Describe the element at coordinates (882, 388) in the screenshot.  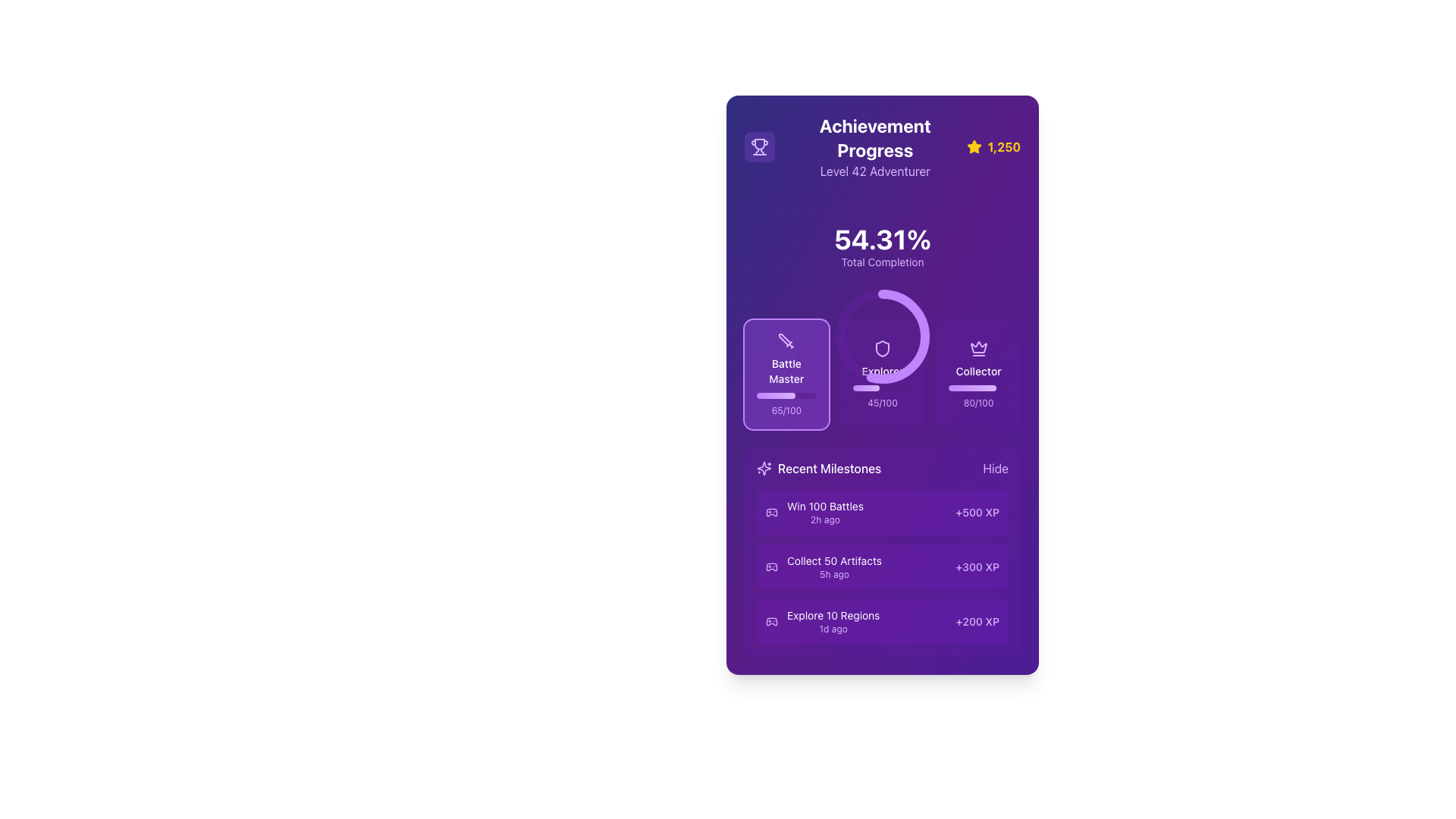
I see `the progress bar indicating 45% completion for the 'Explorer' metric located in the Achievement Progress section, positioned between the shield icon and the '45/100' text` at that location.